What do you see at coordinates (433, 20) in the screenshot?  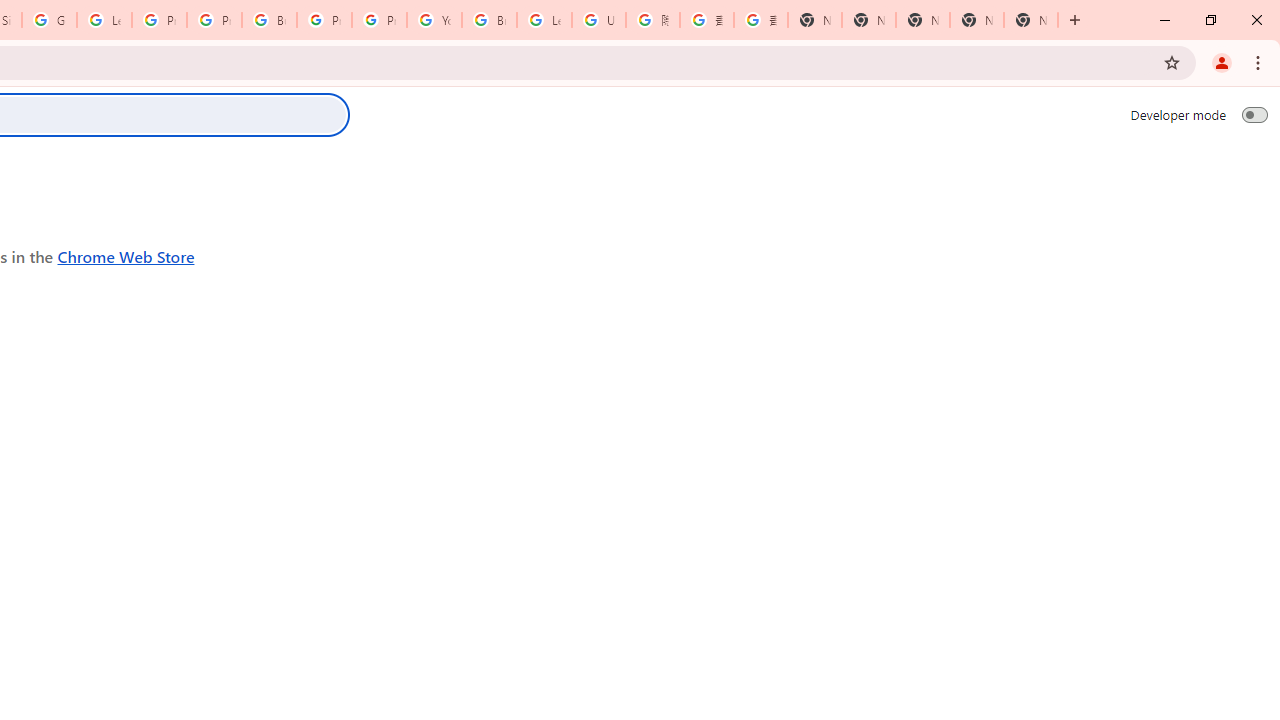 I see `'YouTube'` at bounding box center [433, 20].